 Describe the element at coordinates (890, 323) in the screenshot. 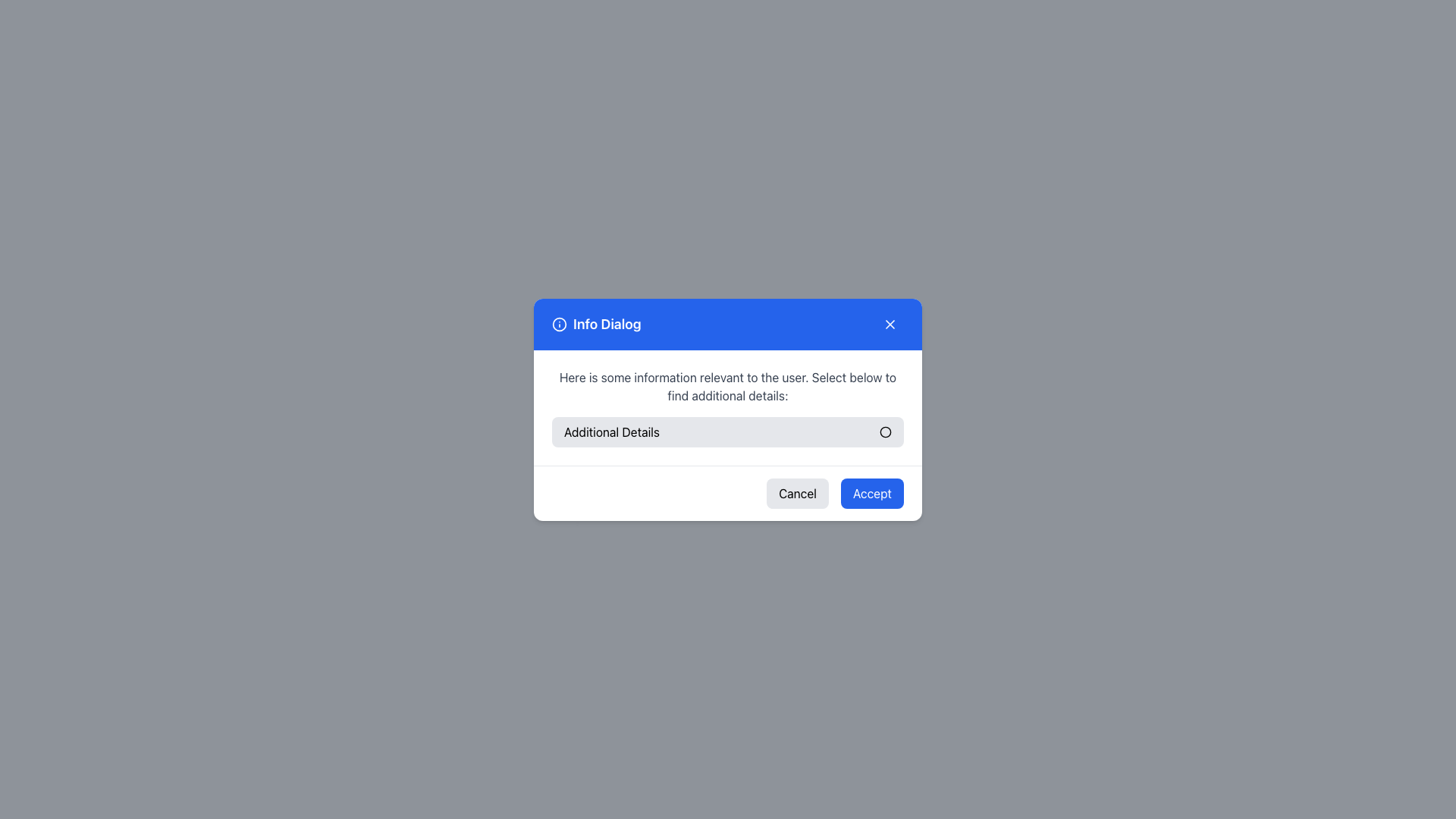

I see `the custom vector graphic 'X' icon in the top-right corner of the 'Info Dialog' modal to trigger a visual indicator` at that location.